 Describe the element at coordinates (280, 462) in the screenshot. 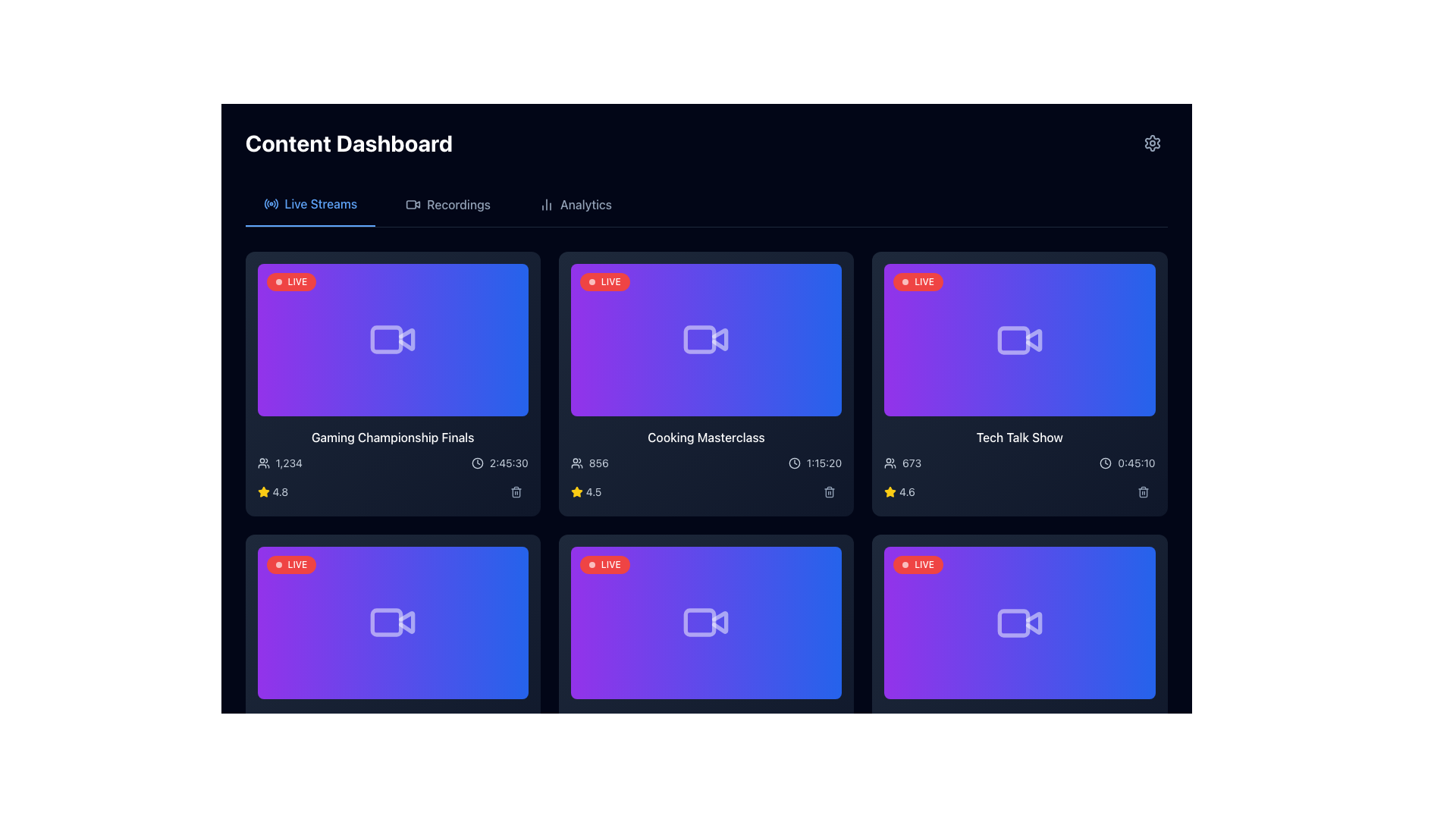

I see `numerical value displayed in the text label showing '1,234', which is styled in slate grey and located below the title of the 'Gaming Championship Finals' content card` at that location.